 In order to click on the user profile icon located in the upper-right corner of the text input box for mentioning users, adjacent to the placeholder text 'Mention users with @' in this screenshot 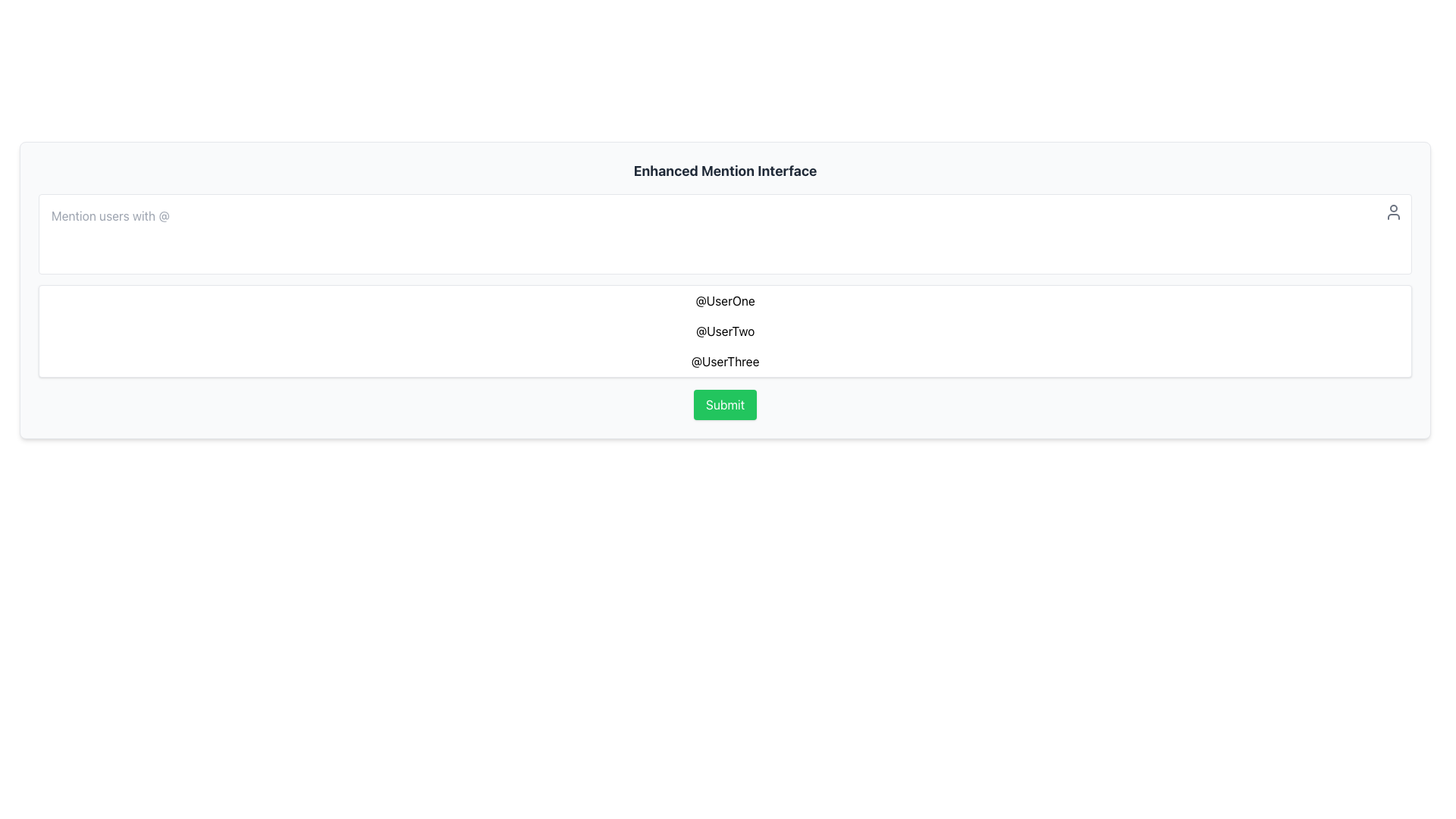, I will do `click(1394, 212)`.